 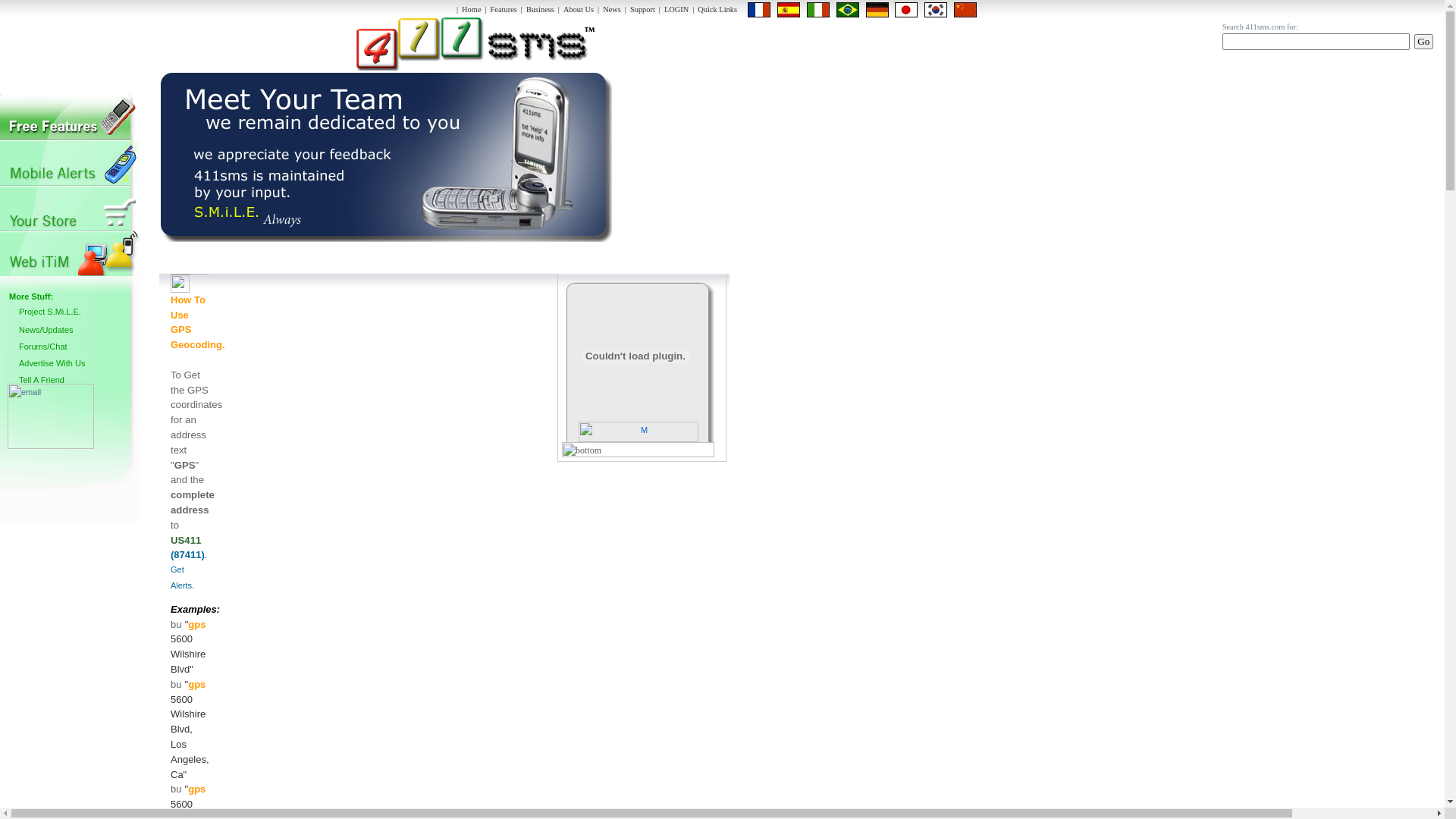 I want to click on 'Get Alerts', so click(x=181, y=577).